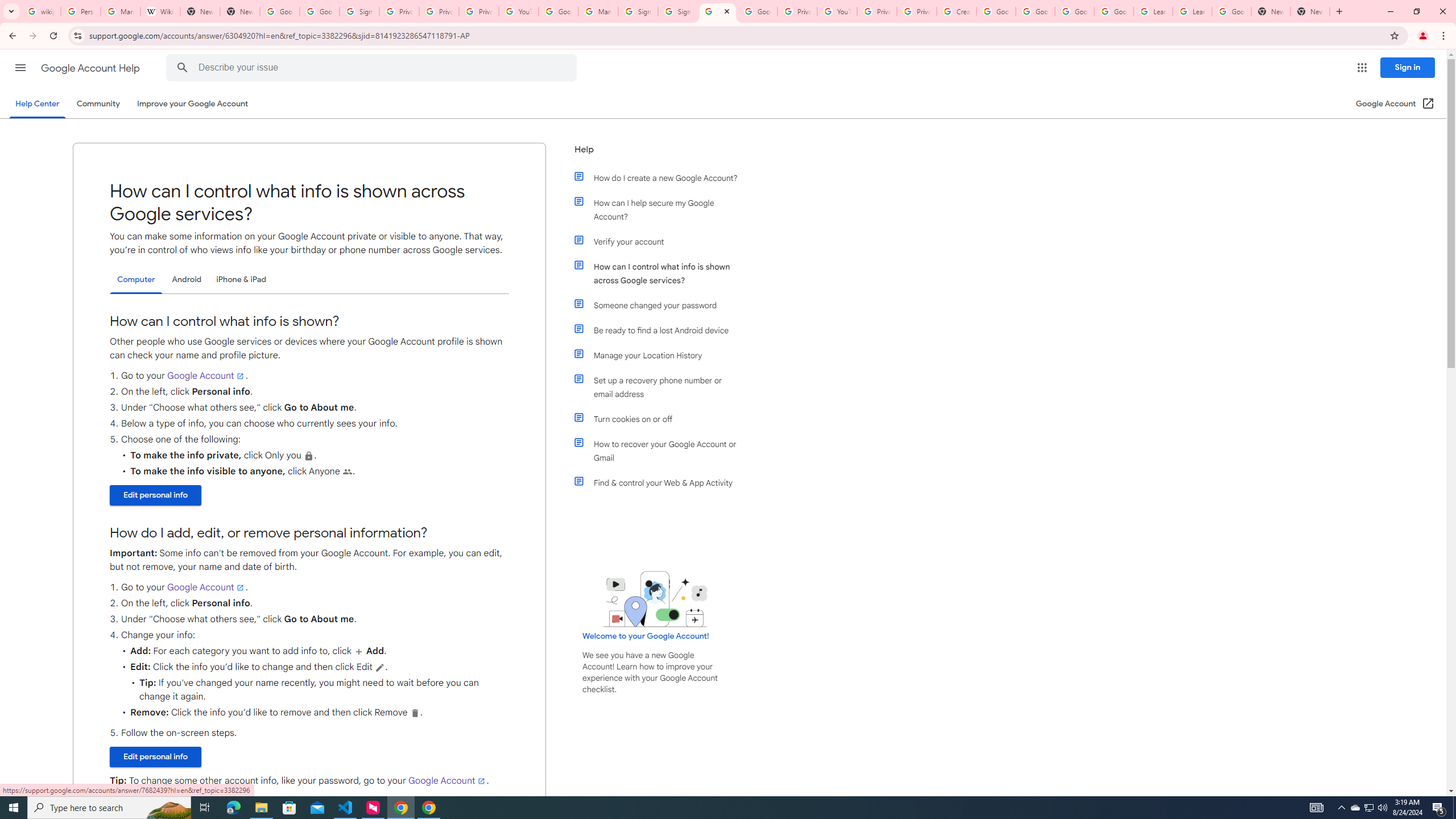 The width and height of the screenshot is (1456, 819). What do you see at coordinates (661, 209) in the screenshot?
I see `'How can I help secure my Google Account?'` at bounding box center [661, 209].